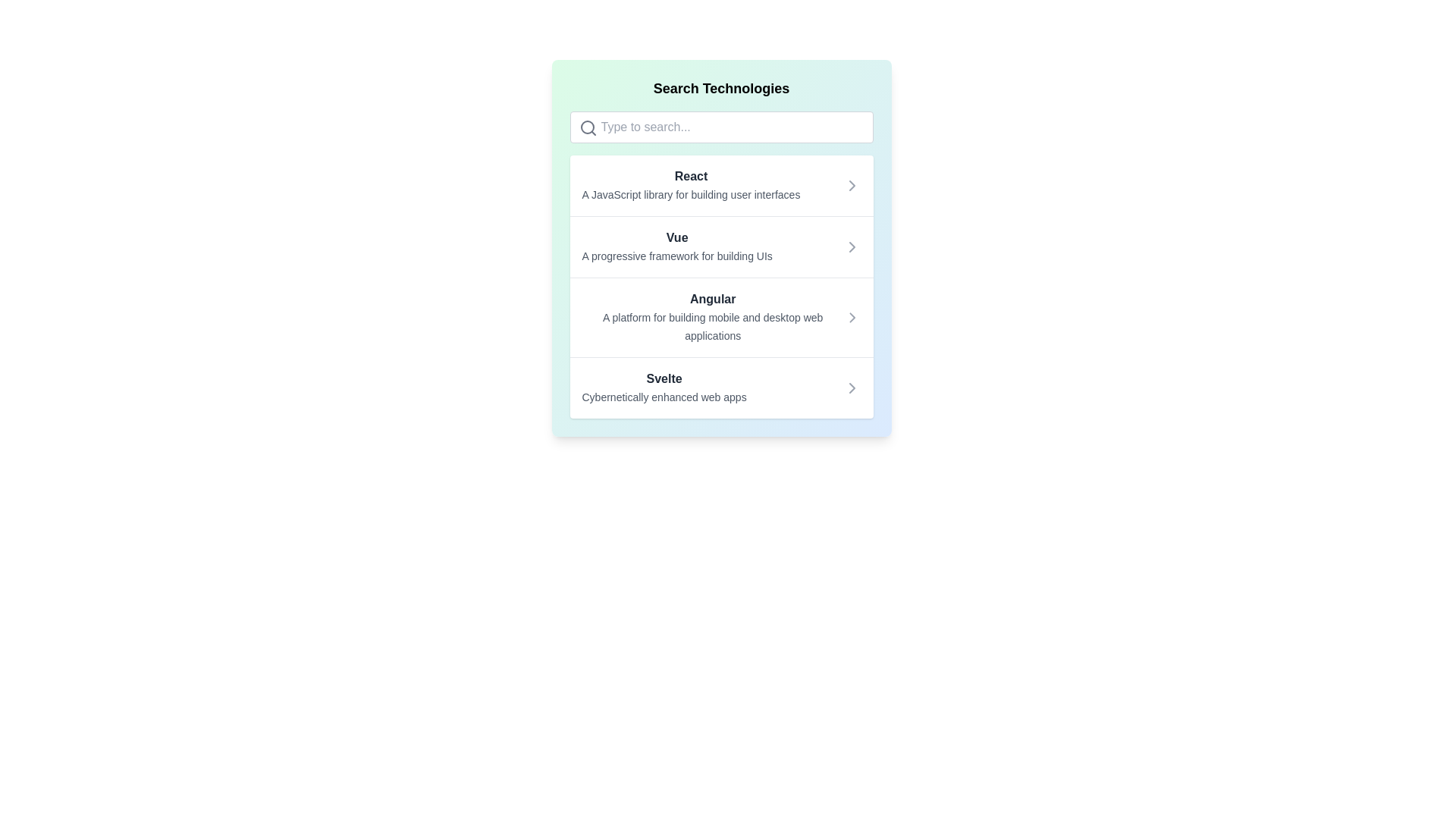  Describe the element at coordinates (720, 287) in the screenshot. I see `the third item in the vertical list of JavaScript frameworks, which is located between the 'Vue' and 'Svelte' entries` at that location.